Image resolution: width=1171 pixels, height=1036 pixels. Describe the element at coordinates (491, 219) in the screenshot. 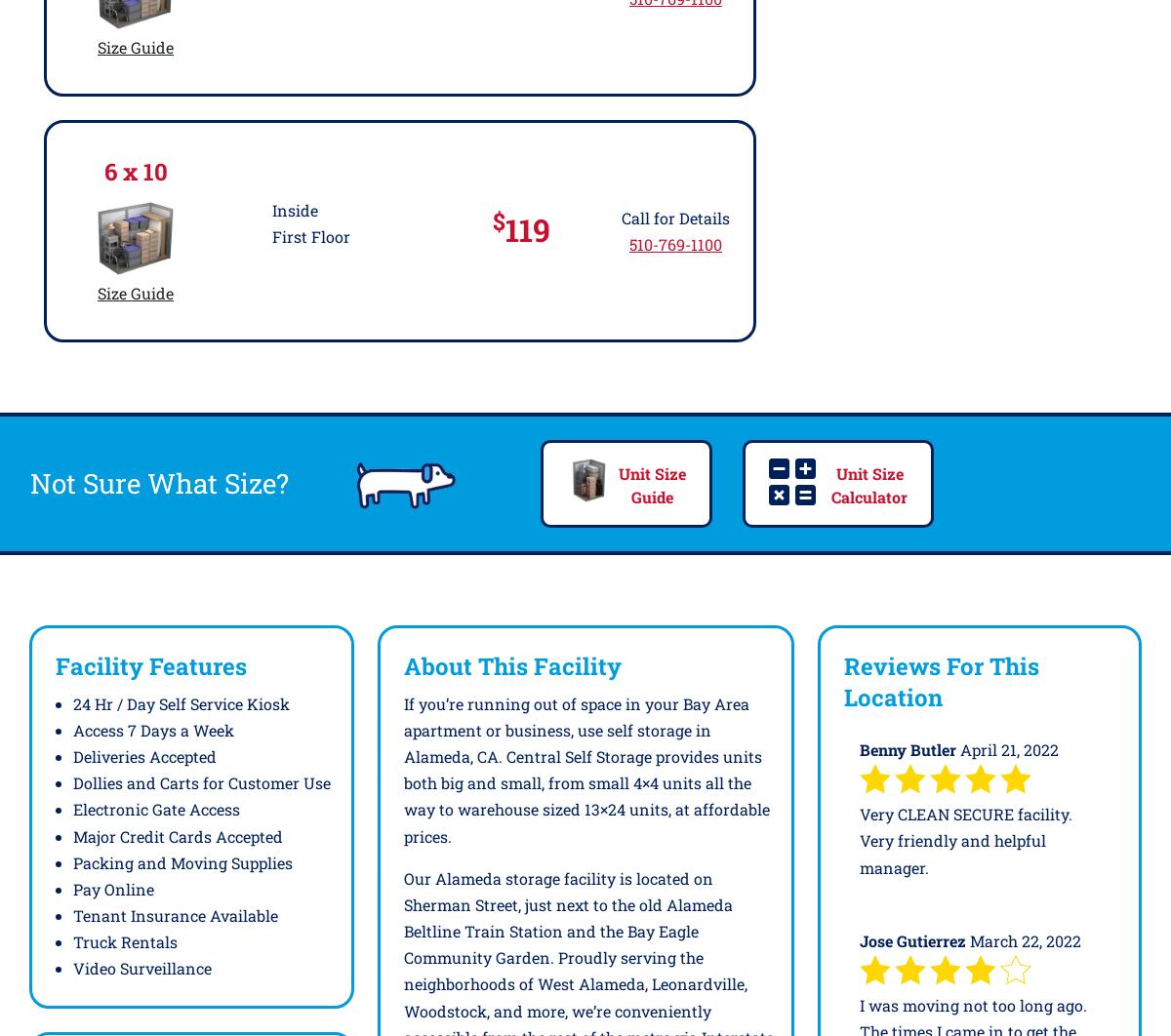

I see `'$'` at that location.